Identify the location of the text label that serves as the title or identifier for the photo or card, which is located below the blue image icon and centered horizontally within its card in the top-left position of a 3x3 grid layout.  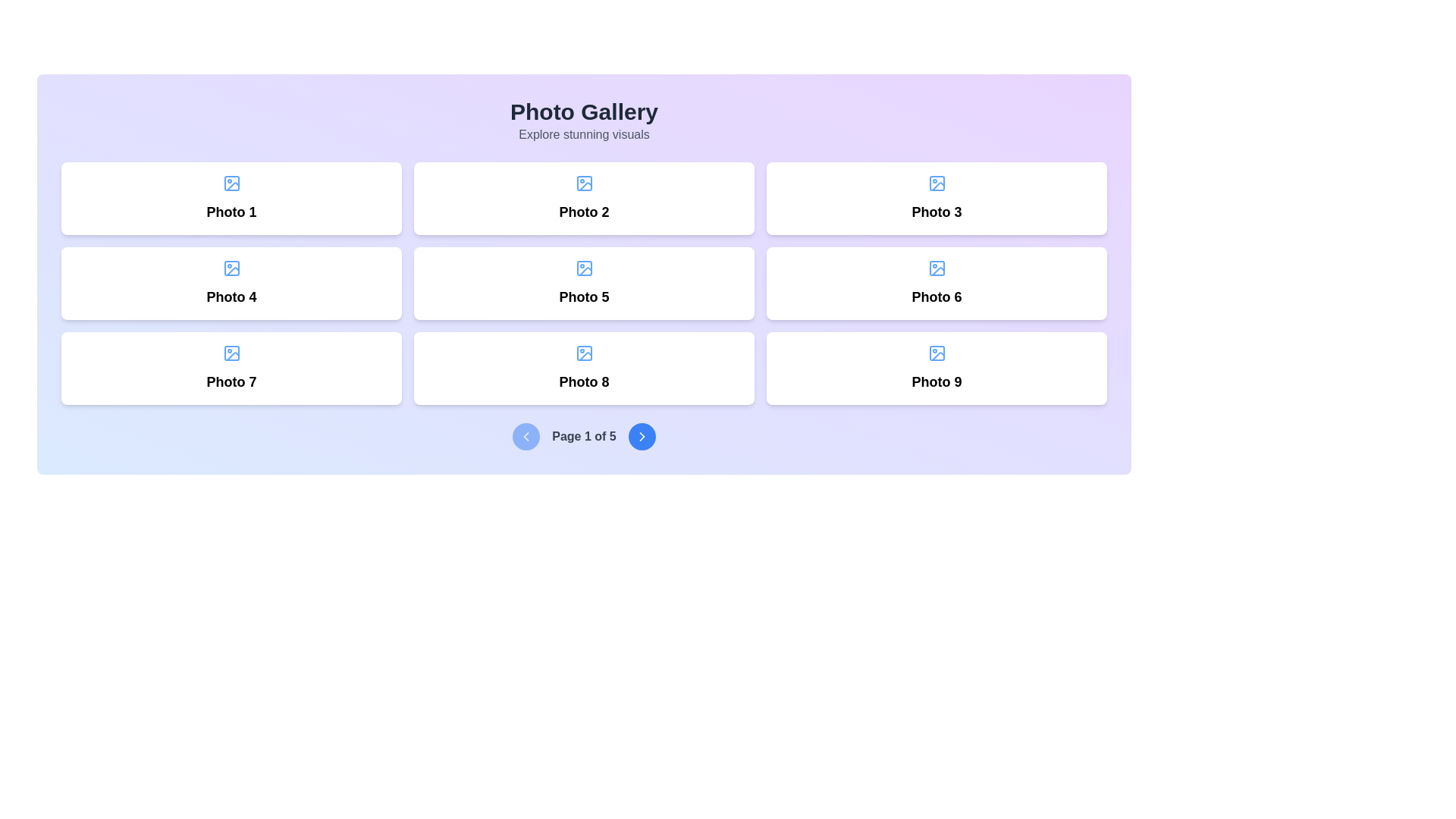
(231, 212).